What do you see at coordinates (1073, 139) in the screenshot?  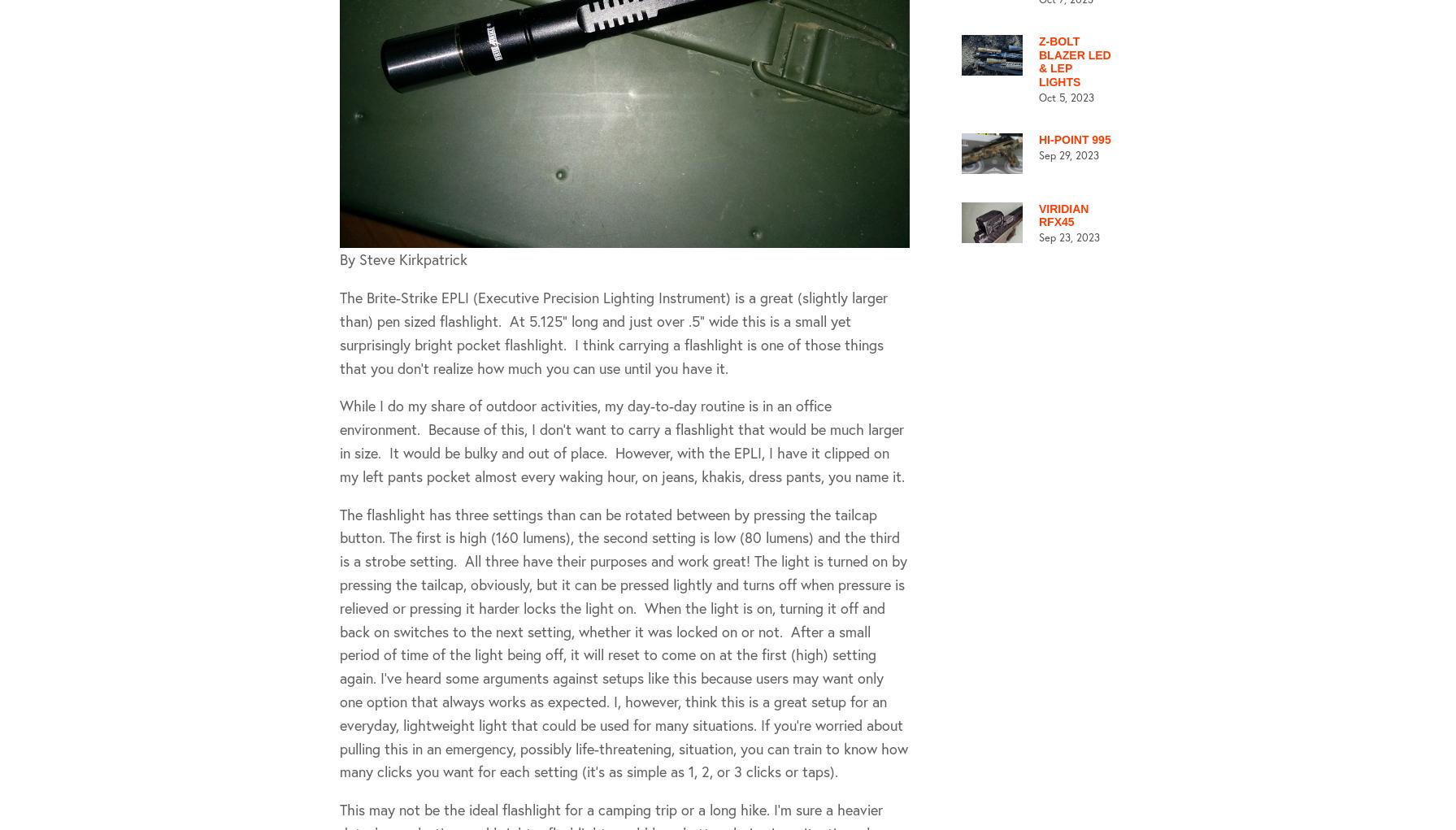 I see `'Hi-Point 995'` at bounding box center [1073, 139].